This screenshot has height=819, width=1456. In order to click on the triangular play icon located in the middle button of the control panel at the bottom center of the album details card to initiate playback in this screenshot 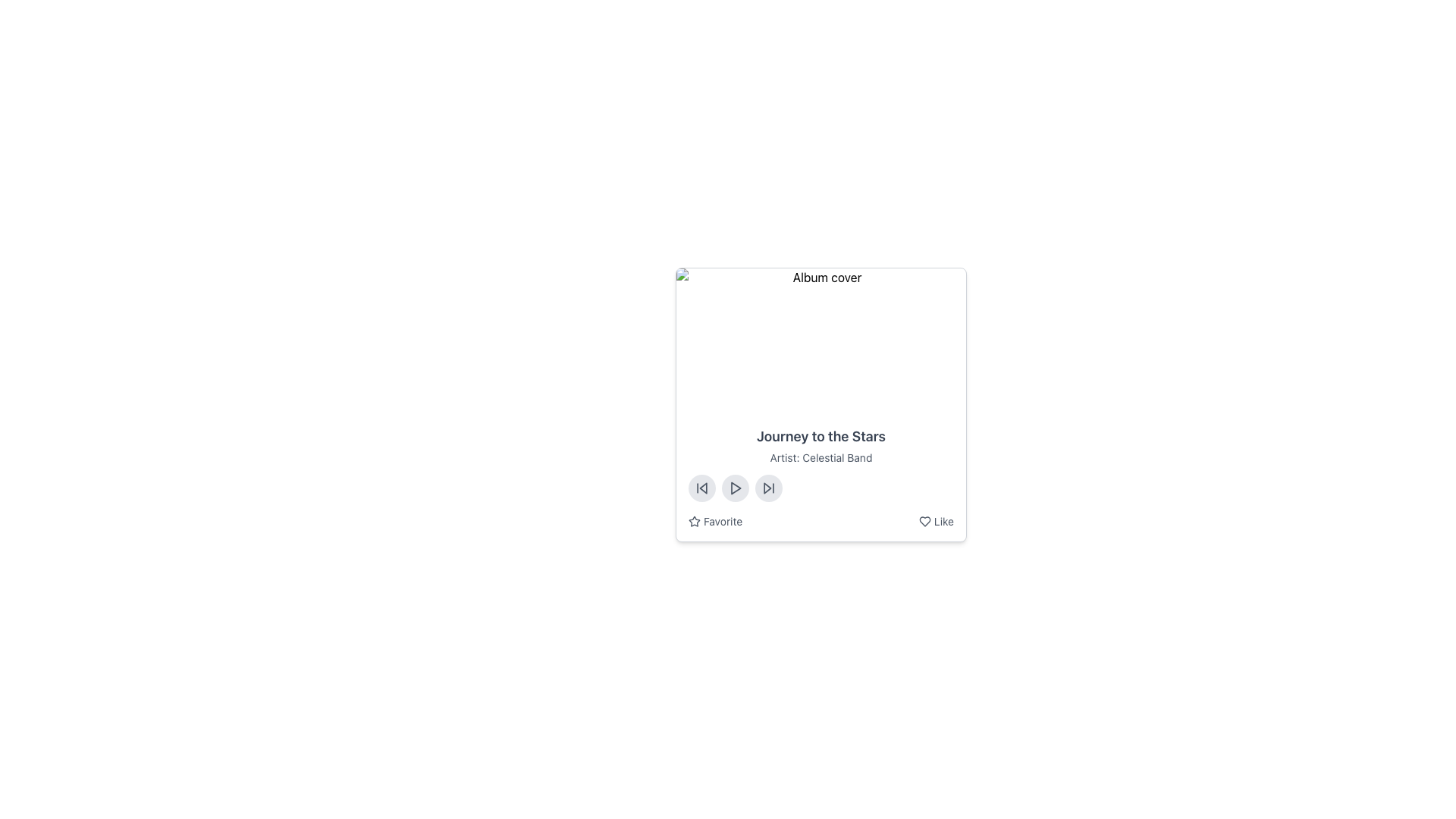, I will do `click(736, 488)`.